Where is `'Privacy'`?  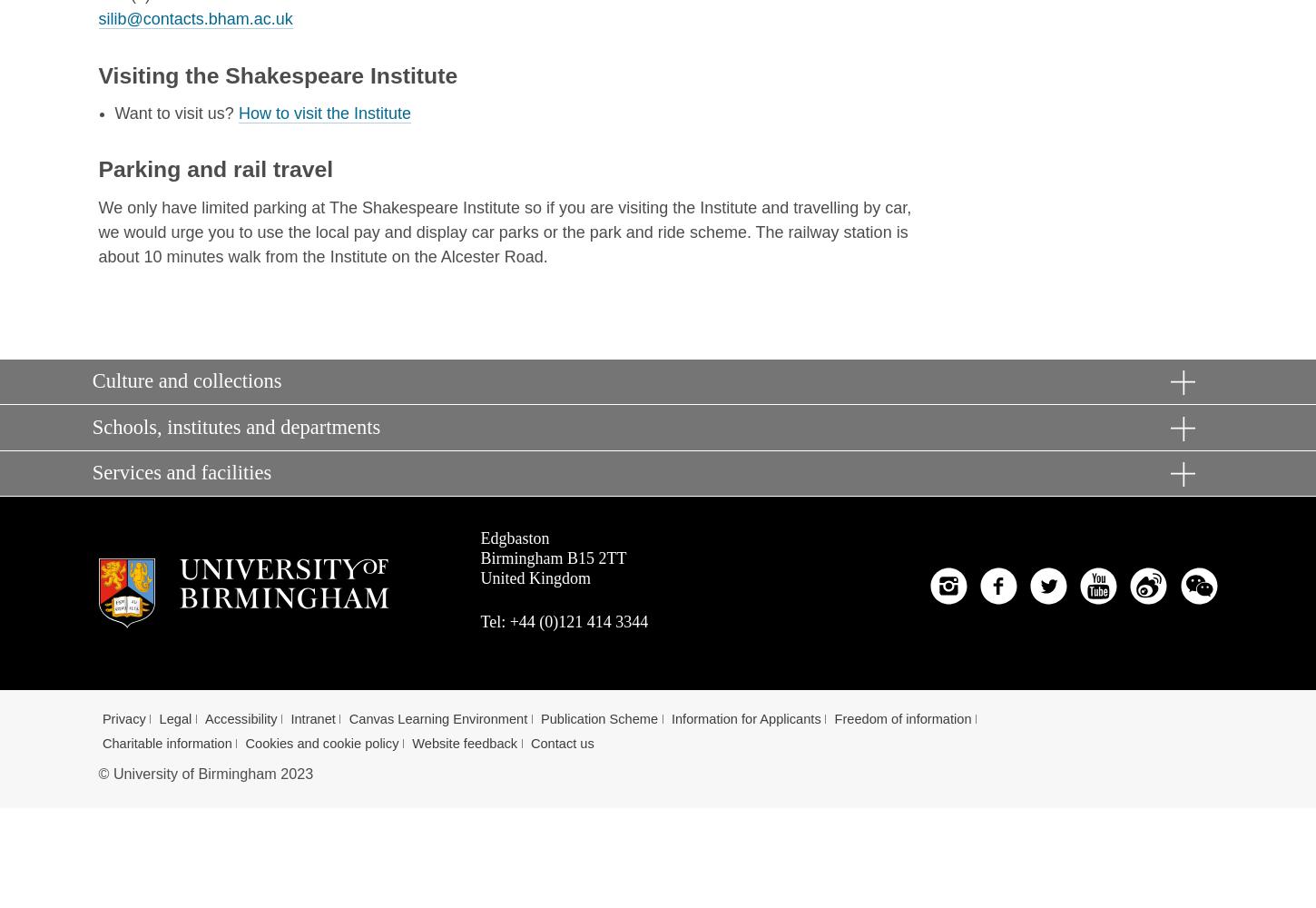
'Privacy' is located at coordinates (123, 718).